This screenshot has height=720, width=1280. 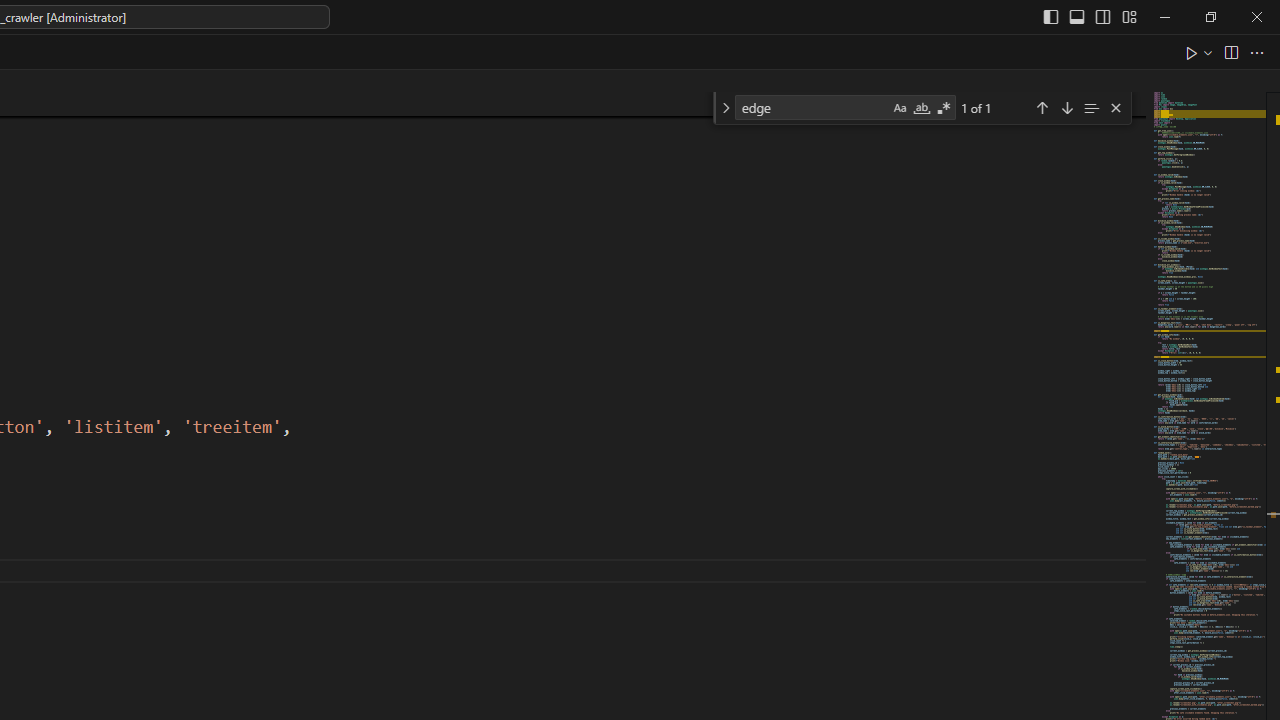 What do you see at coordinates (1255, 51) in the screenshot?
I see `'More Actions...'` at bounding box center [1255, 51].